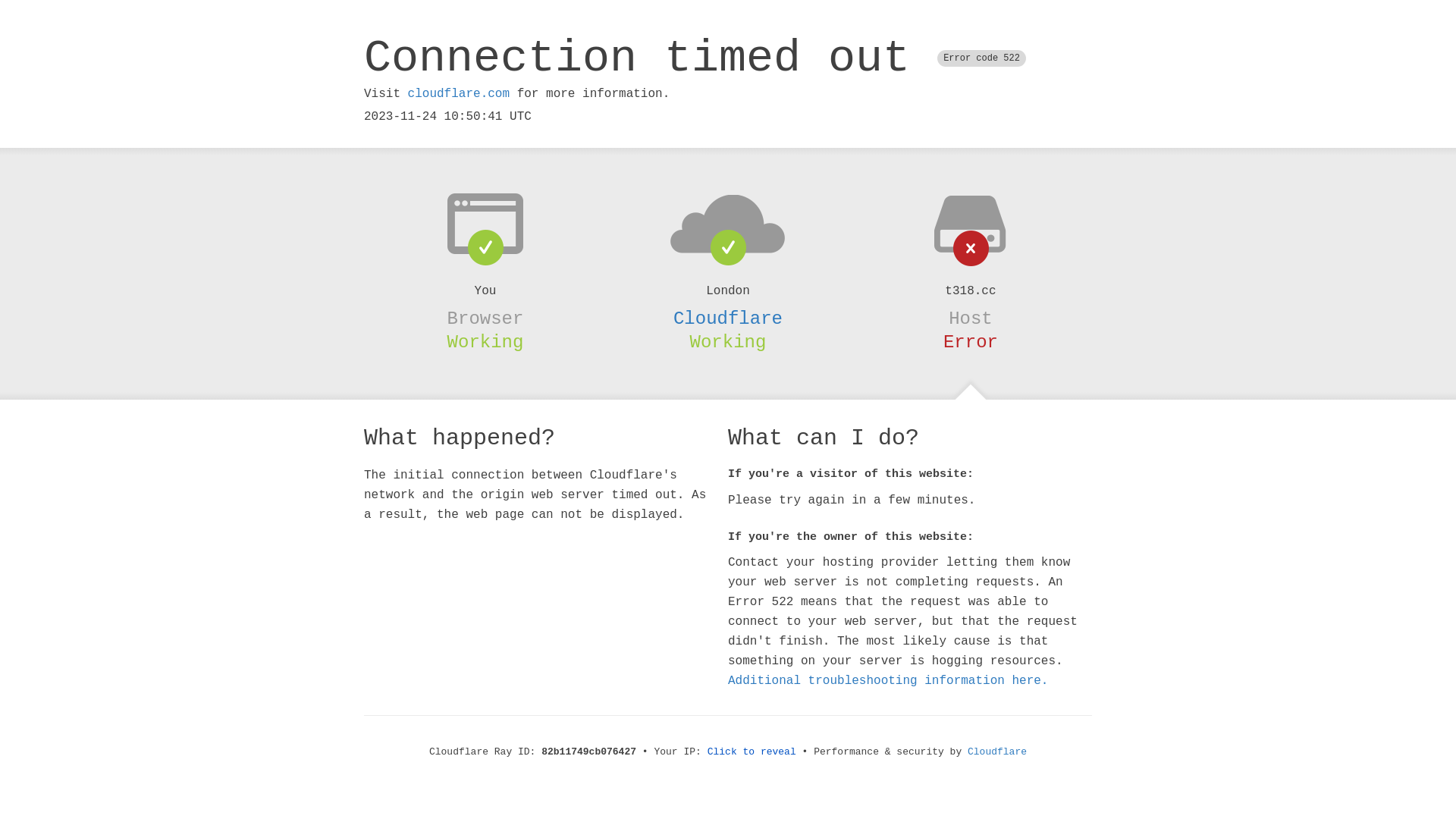 The width and height of the screenshot is (1456, 819). What do you see at coordinates (407, 93) in the screenshot?
I see `'cloudflare.com'` at bounding box center [407, 93].